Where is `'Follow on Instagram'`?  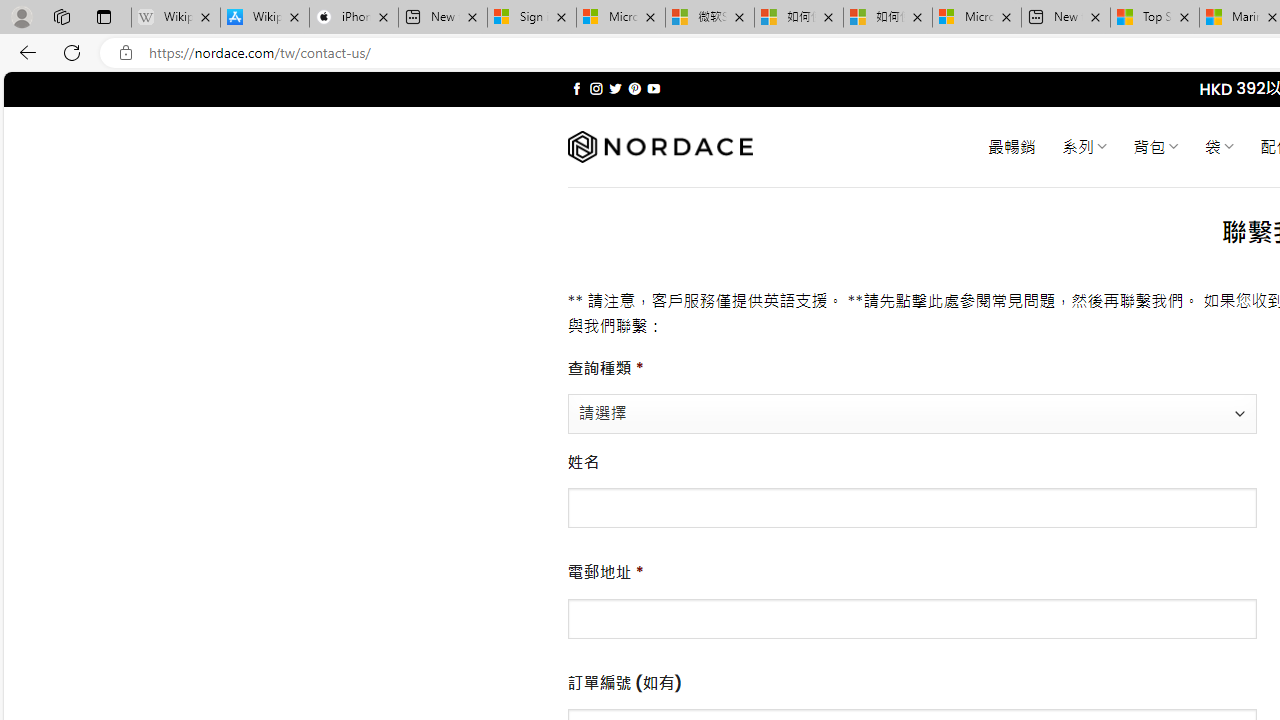 'Follow on Instagram' is located at coordinates (595, 88).